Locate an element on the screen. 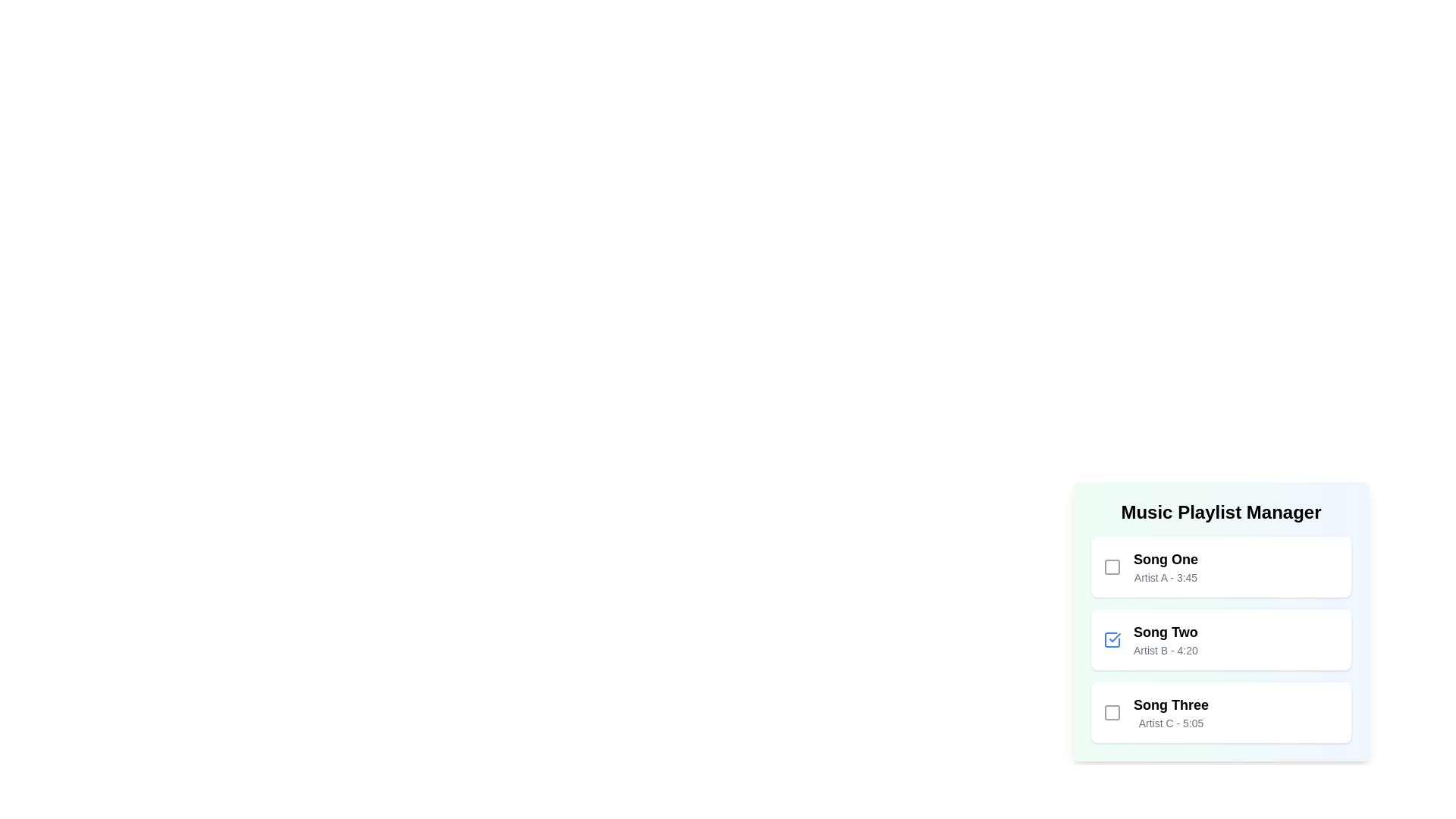 This screenshot has width=1456, height=819. the Text Header element that serves as a title for the section, located at the top-center of the box above the list of songs is located at coordinates (1221, 512).